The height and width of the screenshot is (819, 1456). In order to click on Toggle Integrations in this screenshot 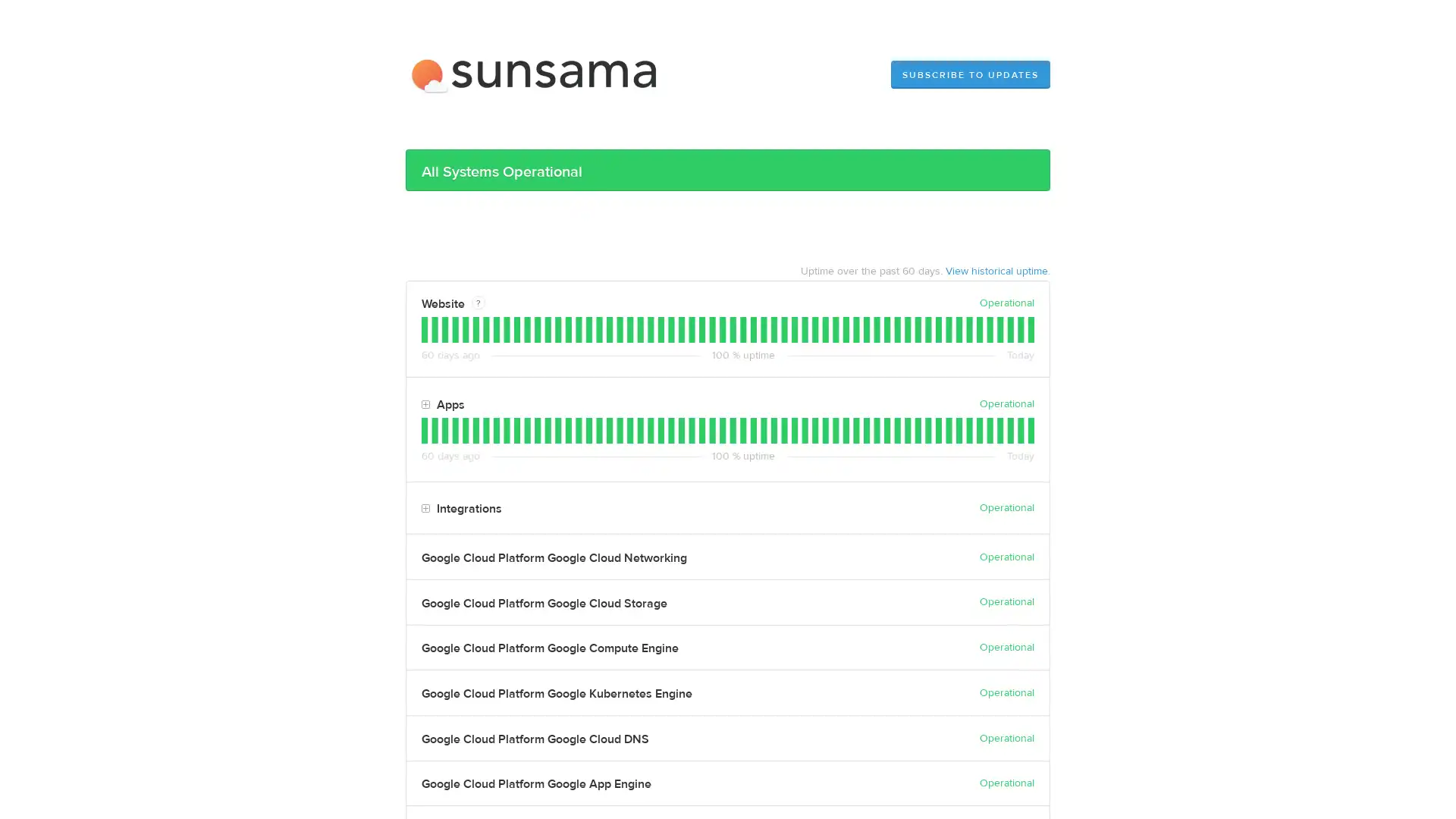, I will do `click(425, 509)`.